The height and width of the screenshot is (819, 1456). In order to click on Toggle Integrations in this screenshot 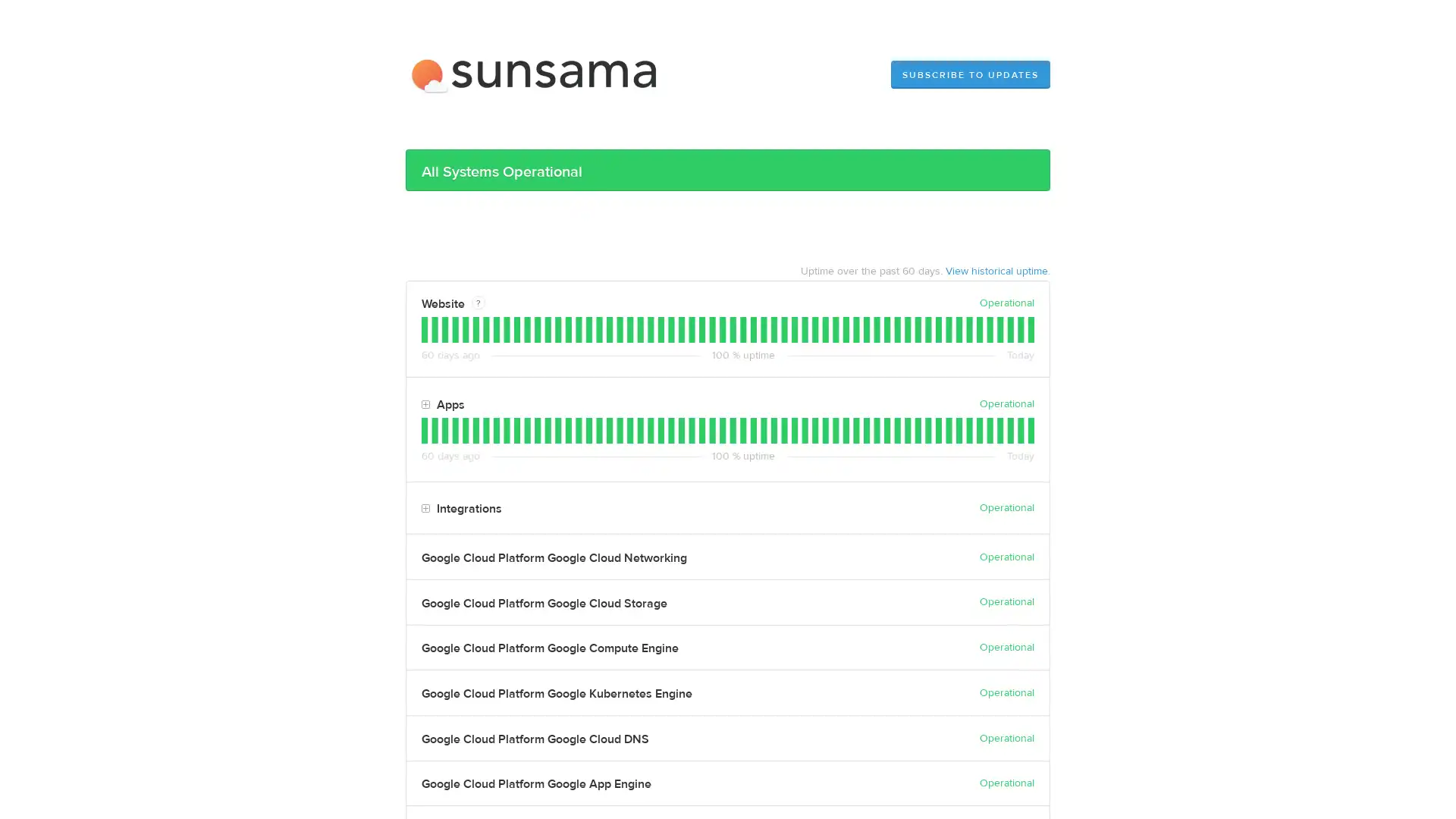, I will do `click(425, 509)`.